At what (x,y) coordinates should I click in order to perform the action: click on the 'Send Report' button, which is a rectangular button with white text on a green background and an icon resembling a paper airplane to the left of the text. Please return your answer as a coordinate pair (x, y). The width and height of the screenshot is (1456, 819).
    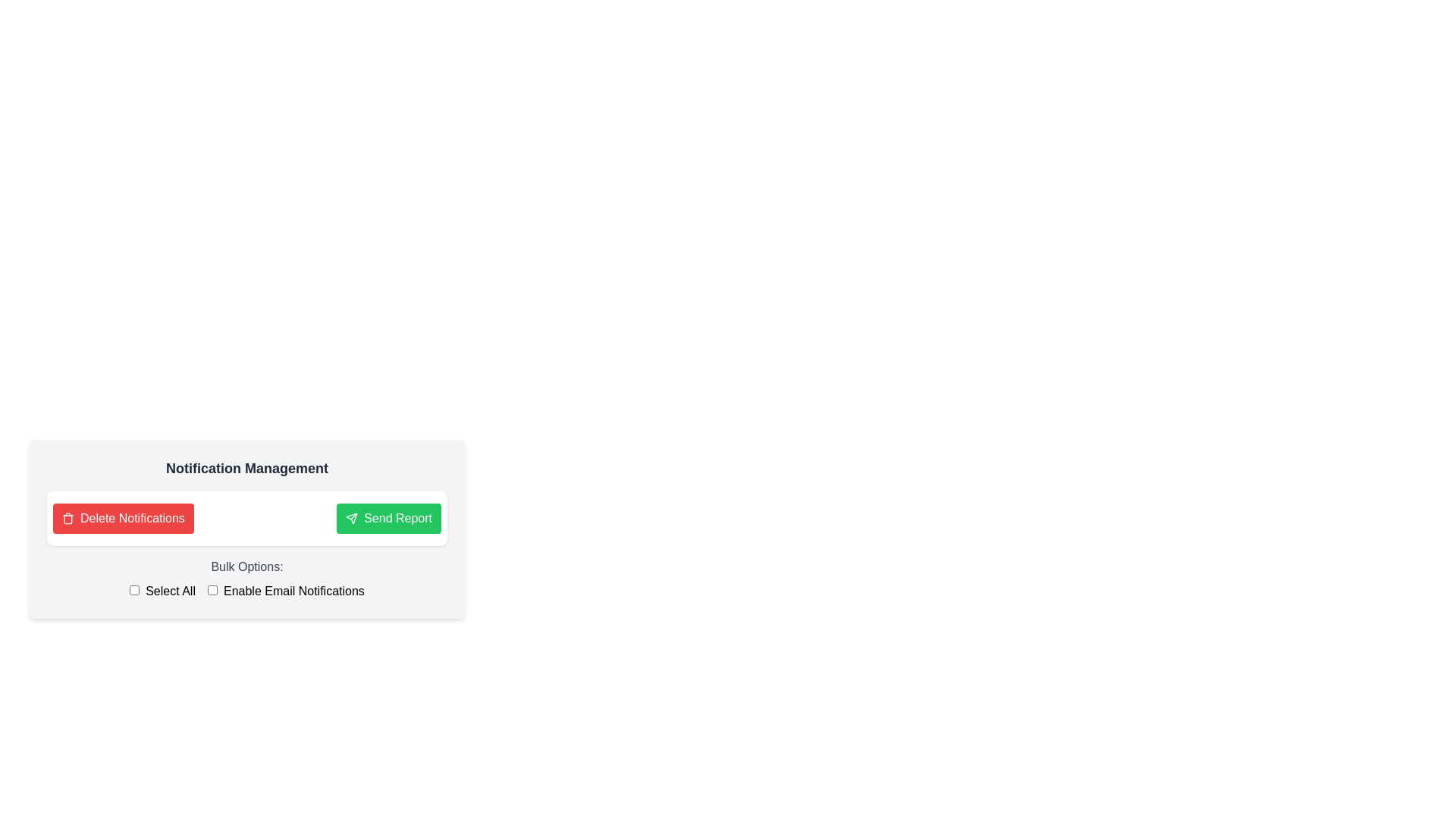
    Looking at the image, I should click on (389, 517).